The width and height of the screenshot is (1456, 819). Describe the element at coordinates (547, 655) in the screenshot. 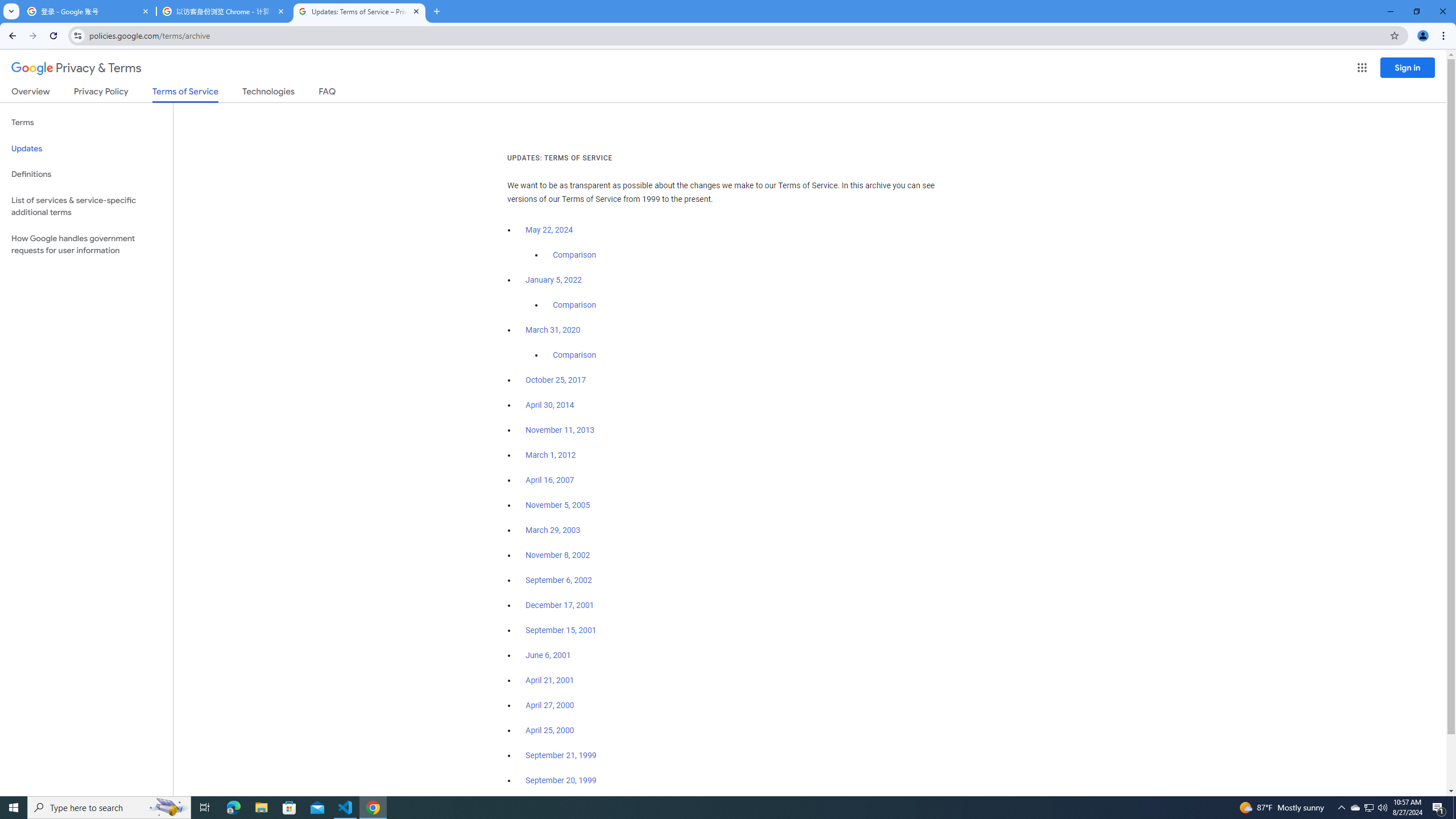

I see `'June 6, 2001'` at that location.